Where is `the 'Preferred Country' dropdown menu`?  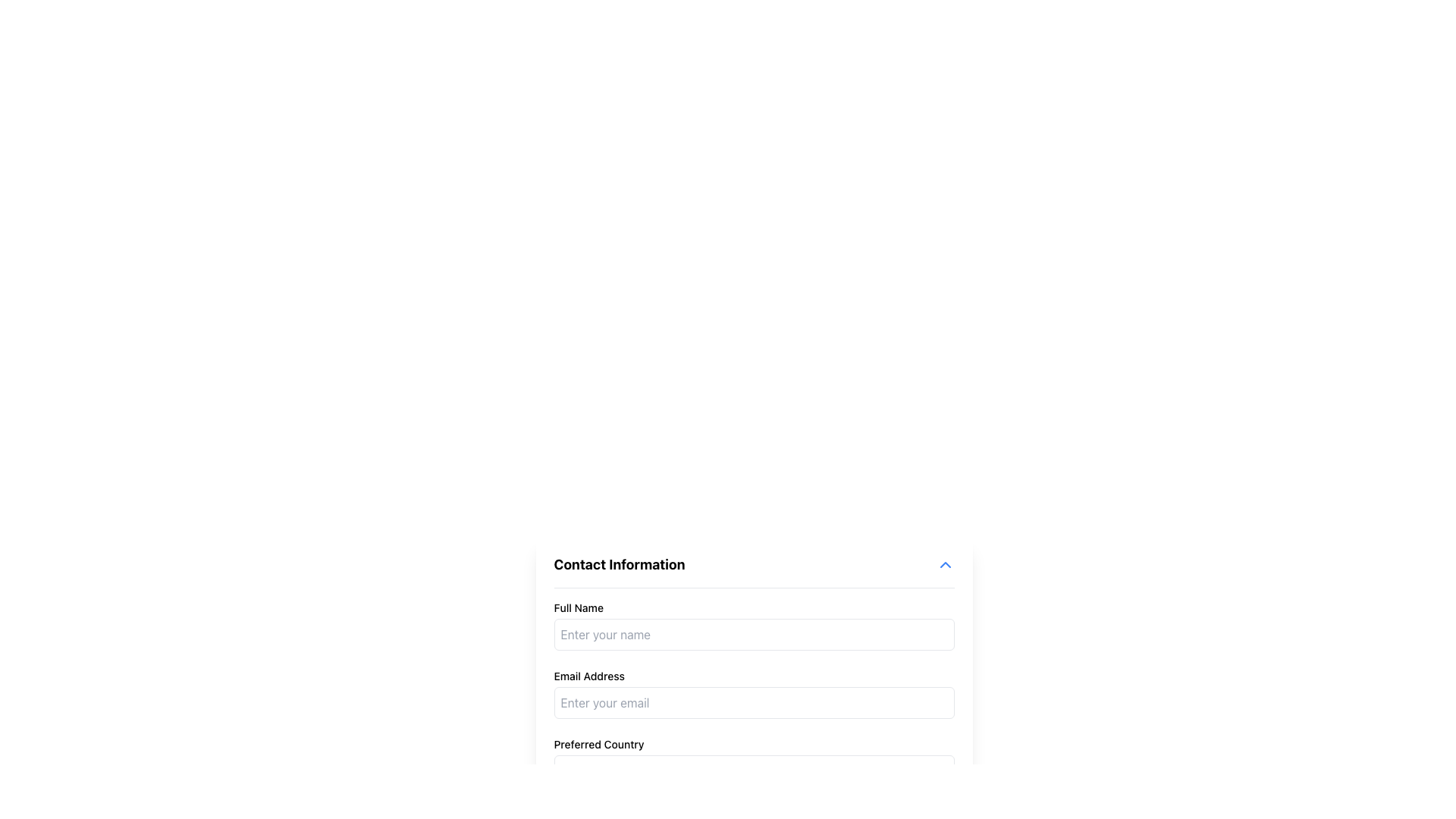
the 'Preferred Country' dropdown menu is located at coordinates (754, 760).